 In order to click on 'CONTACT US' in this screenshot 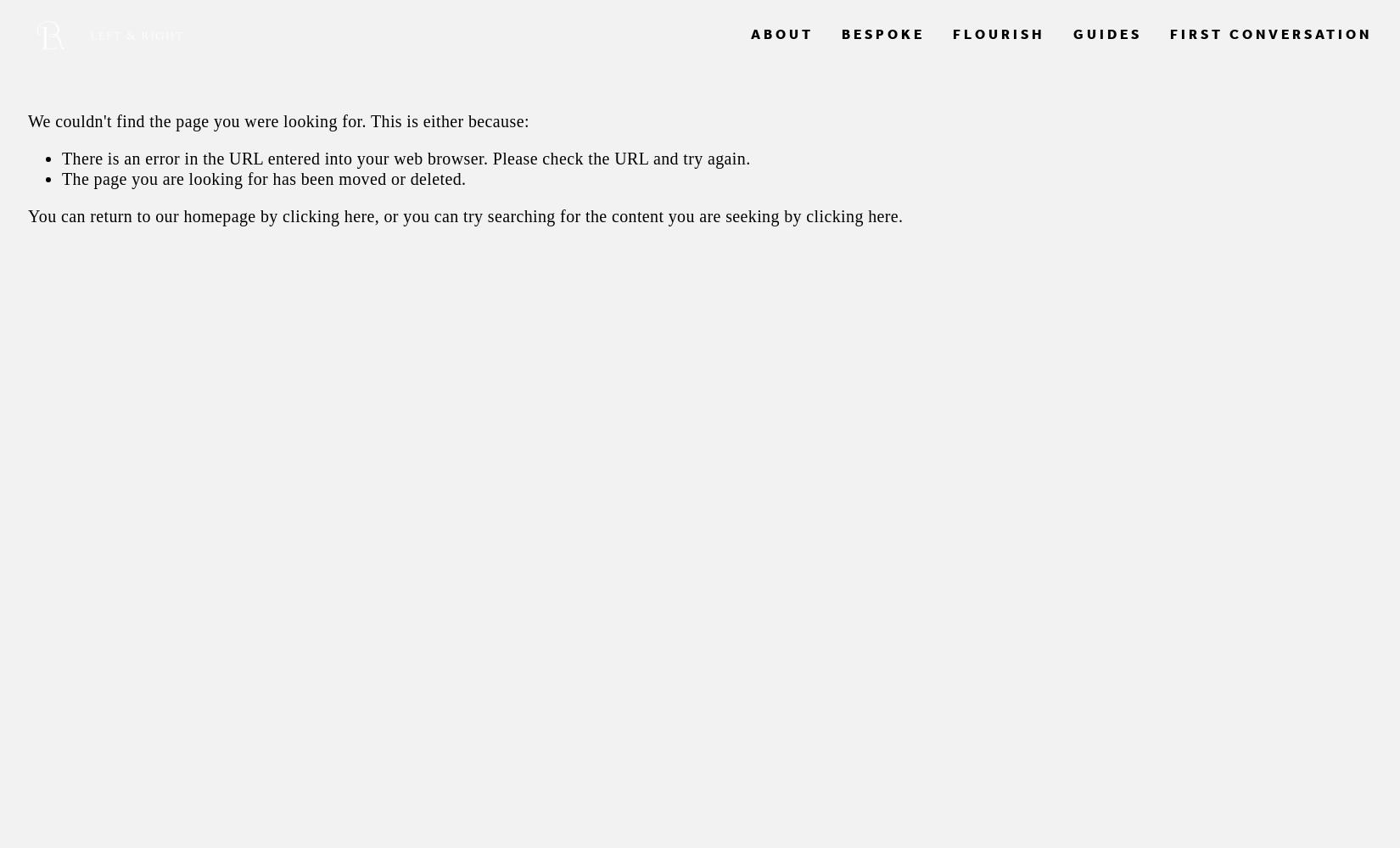, I will do `click(1083, 81)`.